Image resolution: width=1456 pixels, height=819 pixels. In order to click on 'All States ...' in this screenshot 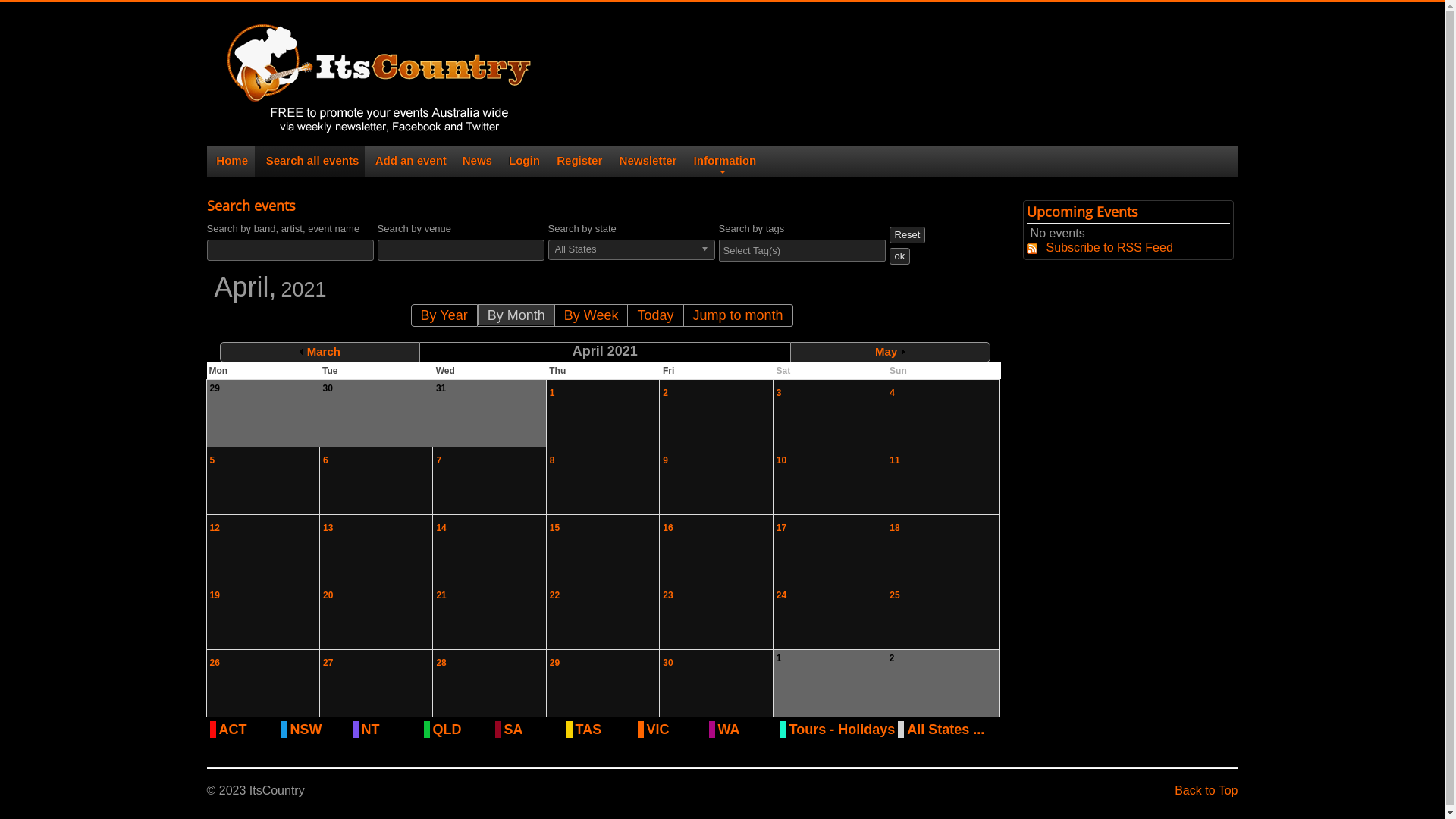, I will do `click(945, 728)`.